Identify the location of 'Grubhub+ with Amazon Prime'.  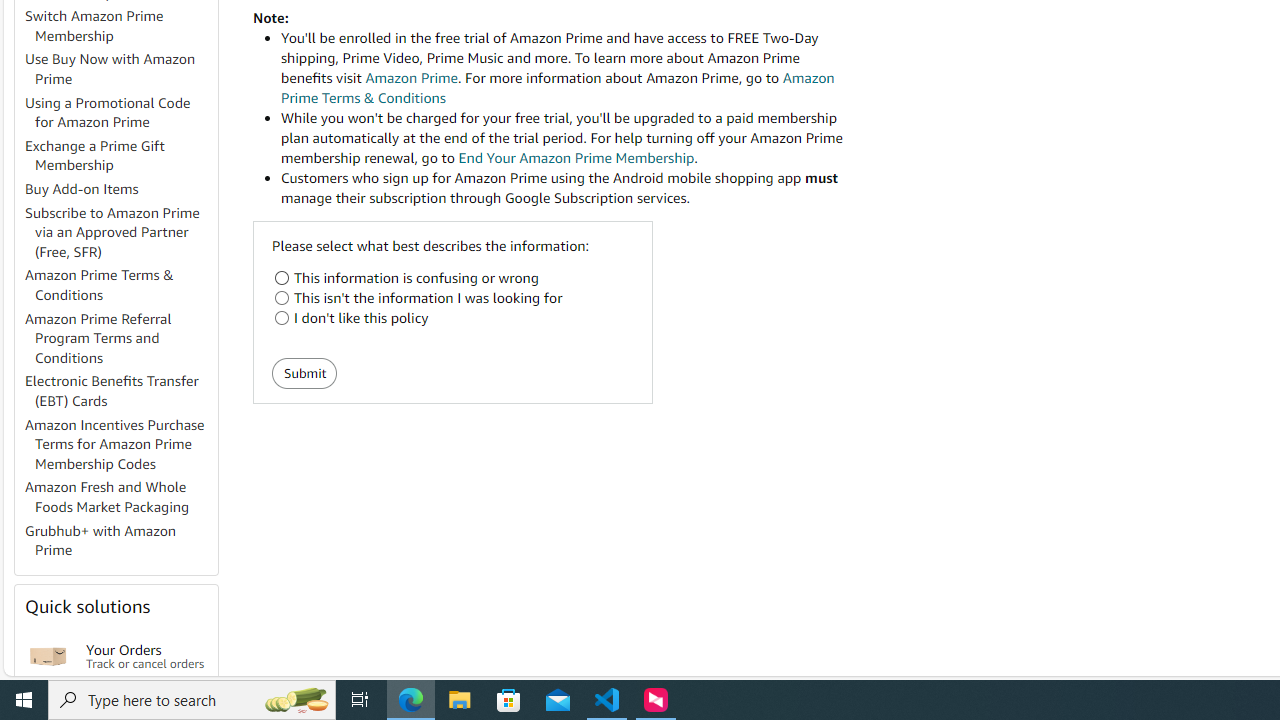
(119, 541).